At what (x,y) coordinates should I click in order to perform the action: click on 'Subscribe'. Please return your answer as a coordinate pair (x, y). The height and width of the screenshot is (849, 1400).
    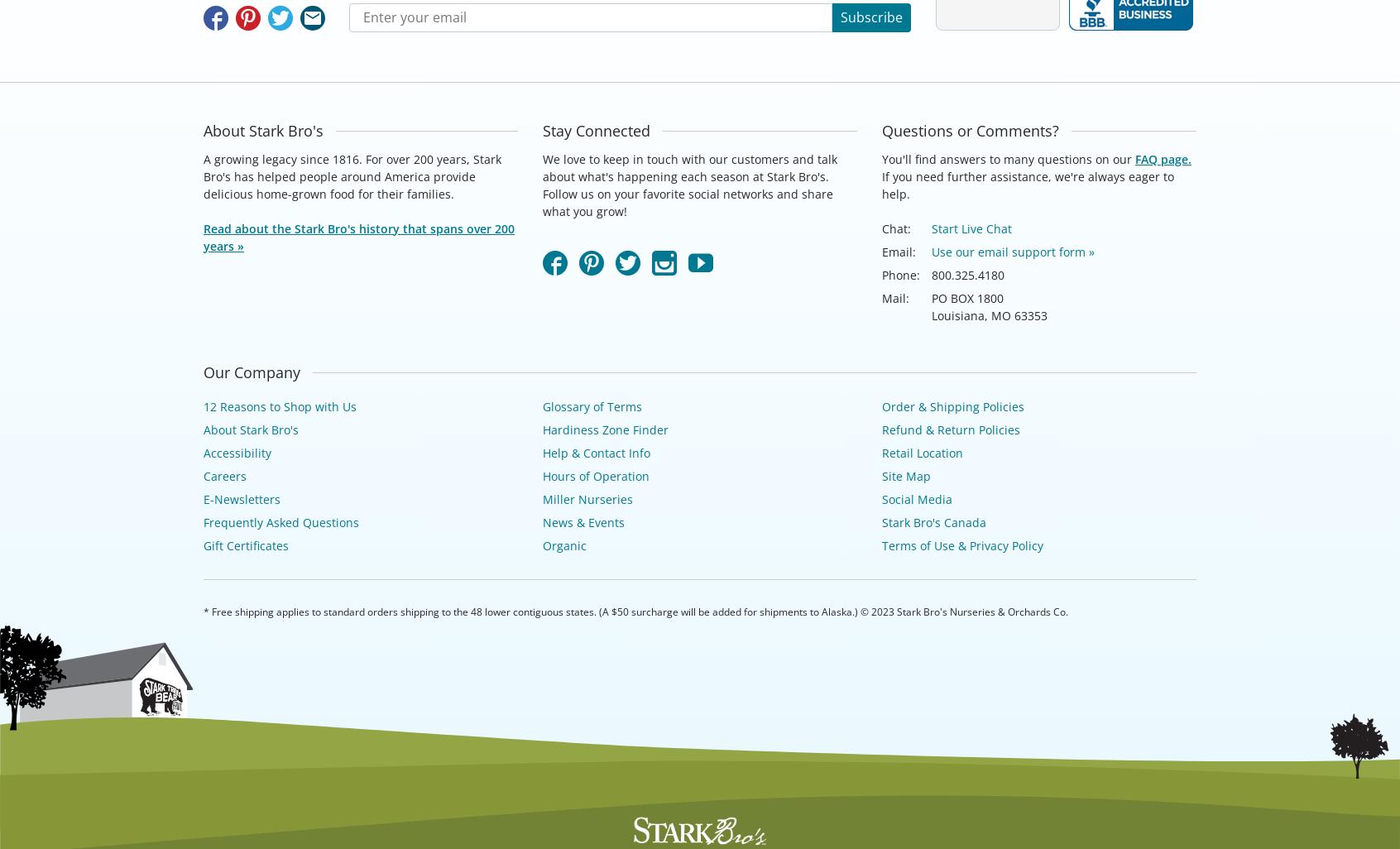
    Looking at the image, I should click on (870, 17).